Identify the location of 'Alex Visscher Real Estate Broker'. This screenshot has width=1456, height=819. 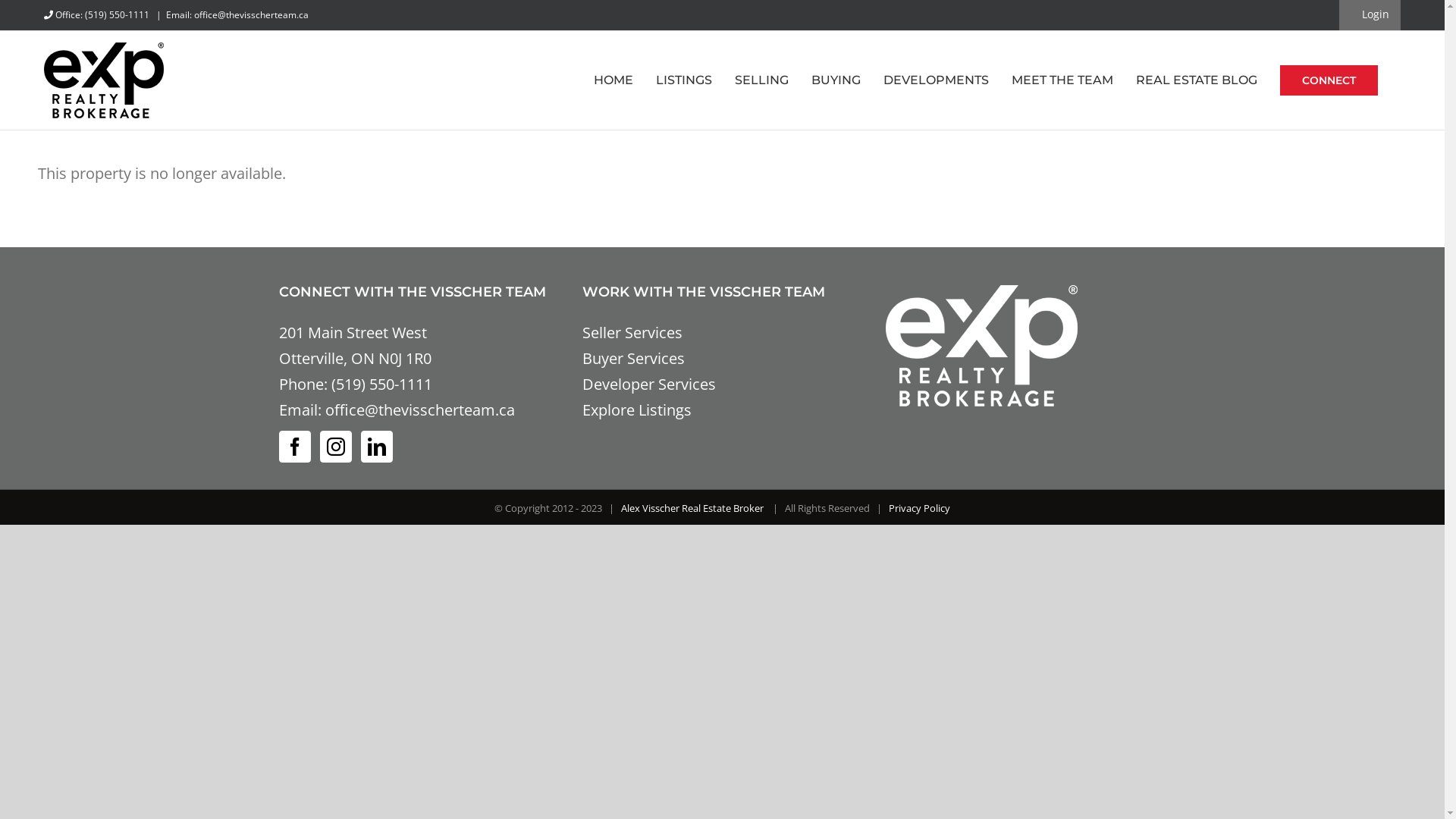
(621, 508).